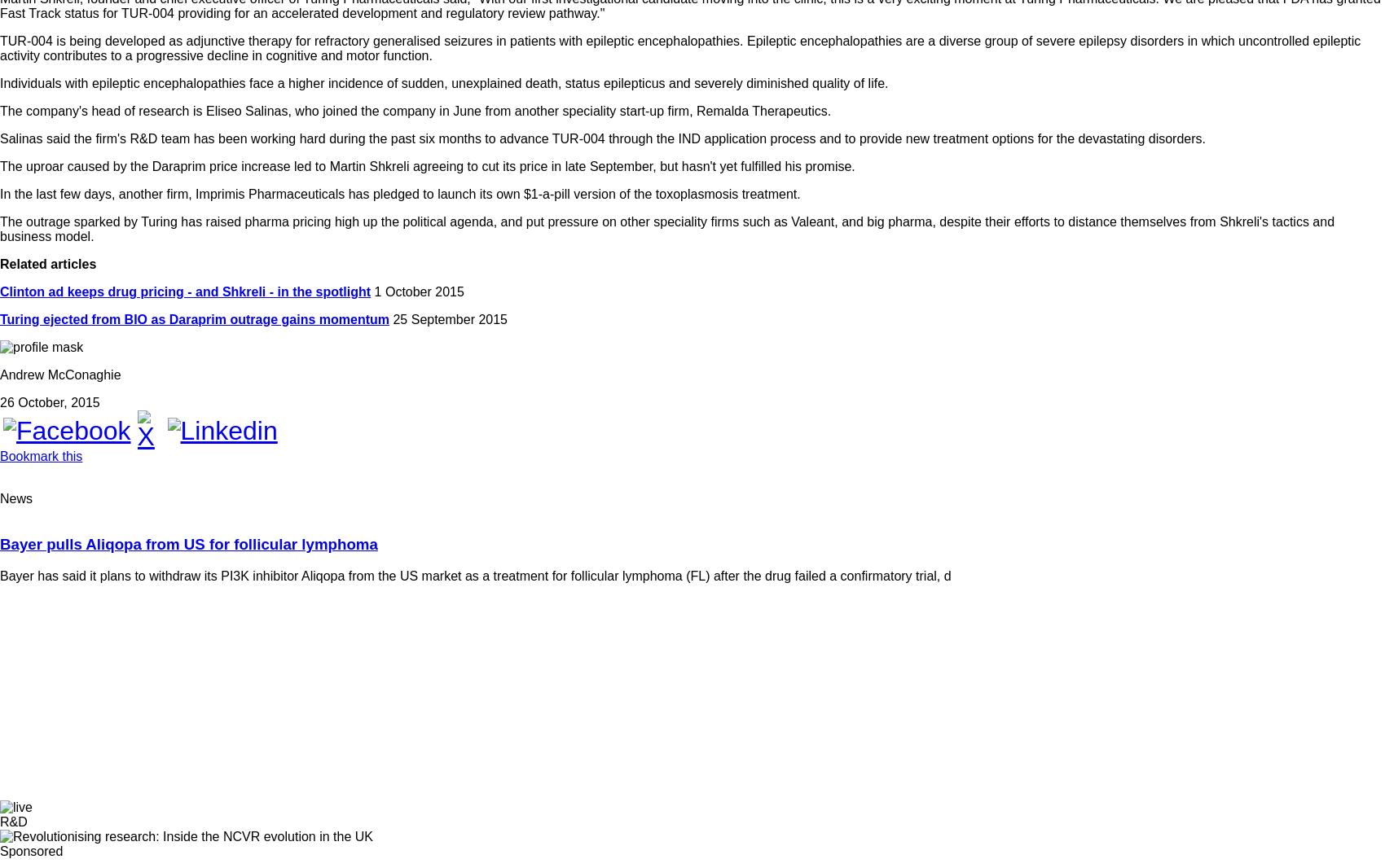 The height and width of the screenshot is (868, 1385). What do you see at coordinates (417, 291) in the screenshot?
I see `'1 October 2015'` at bounding box center [417, 291].